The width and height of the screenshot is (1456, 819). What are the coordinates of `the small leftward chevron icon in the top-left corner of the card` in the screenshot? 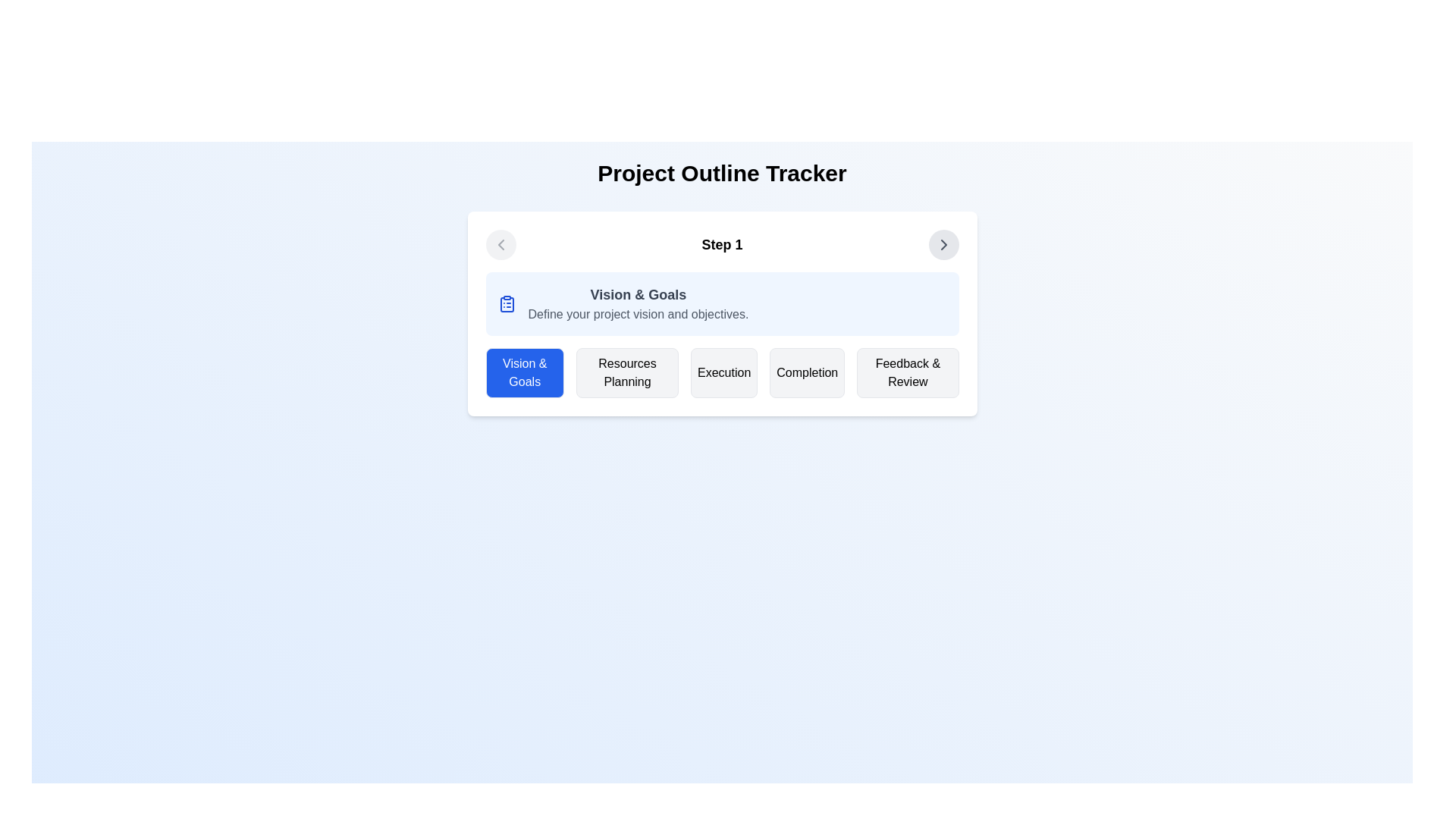 It's located at (500, 244).